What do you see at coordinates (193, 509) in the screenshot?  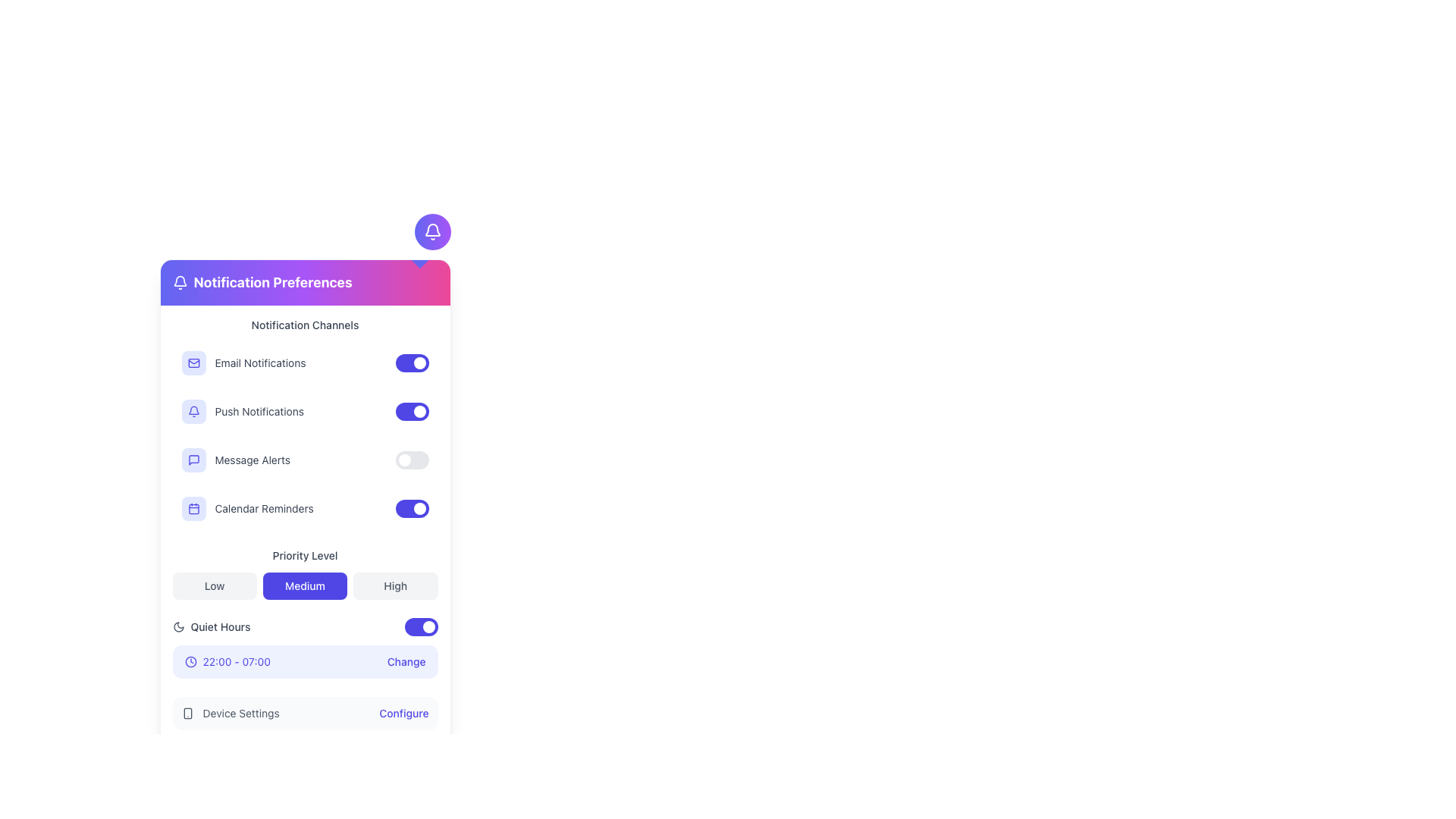 I see `the indigo calendar-shaped icon, which has a minimalist design and is located in the fourth row of notification channel icons, adjacent to the 'Calendar Reminders' text label` at bounding box center [193, 509].